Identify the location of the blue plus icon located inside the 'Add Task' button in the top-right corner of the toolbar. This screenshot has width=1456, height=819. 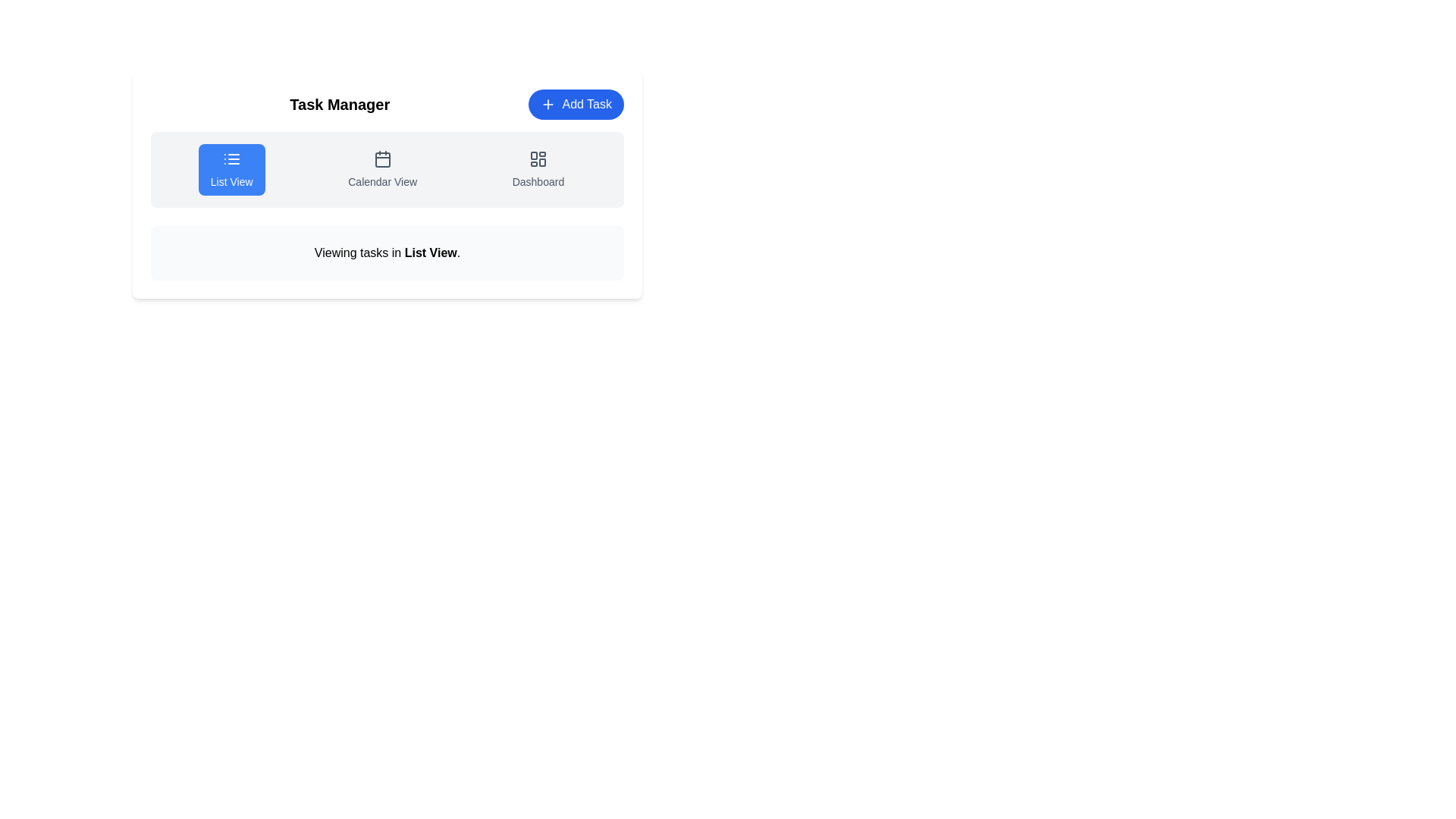
(548, 104).